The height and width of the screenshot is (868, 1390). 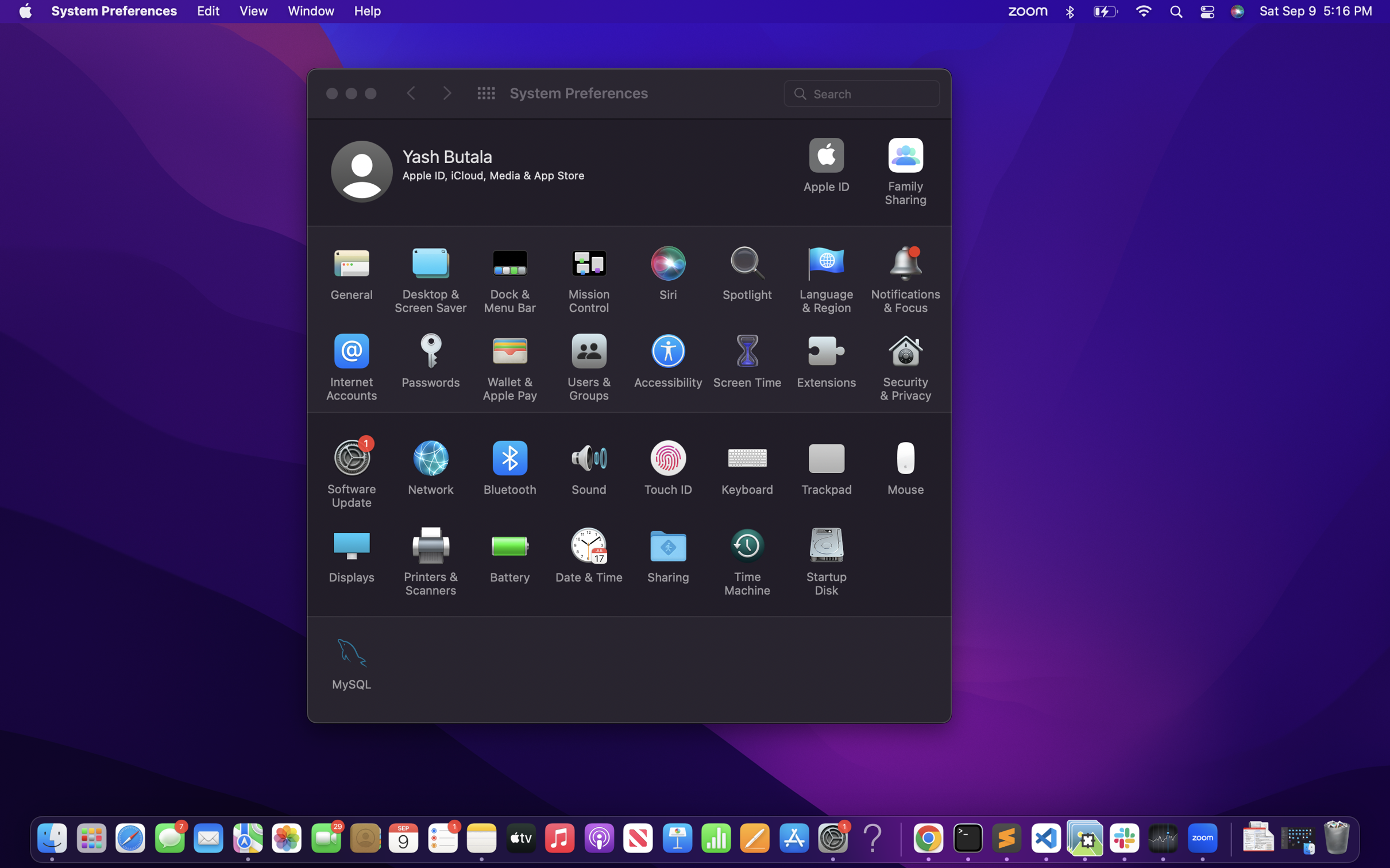 What do you see at coordinates (431, 280) in the screenshot?
I see `Activate the desktop and screen saver settings feature by clicking on it` at bounding box center [431, 280].